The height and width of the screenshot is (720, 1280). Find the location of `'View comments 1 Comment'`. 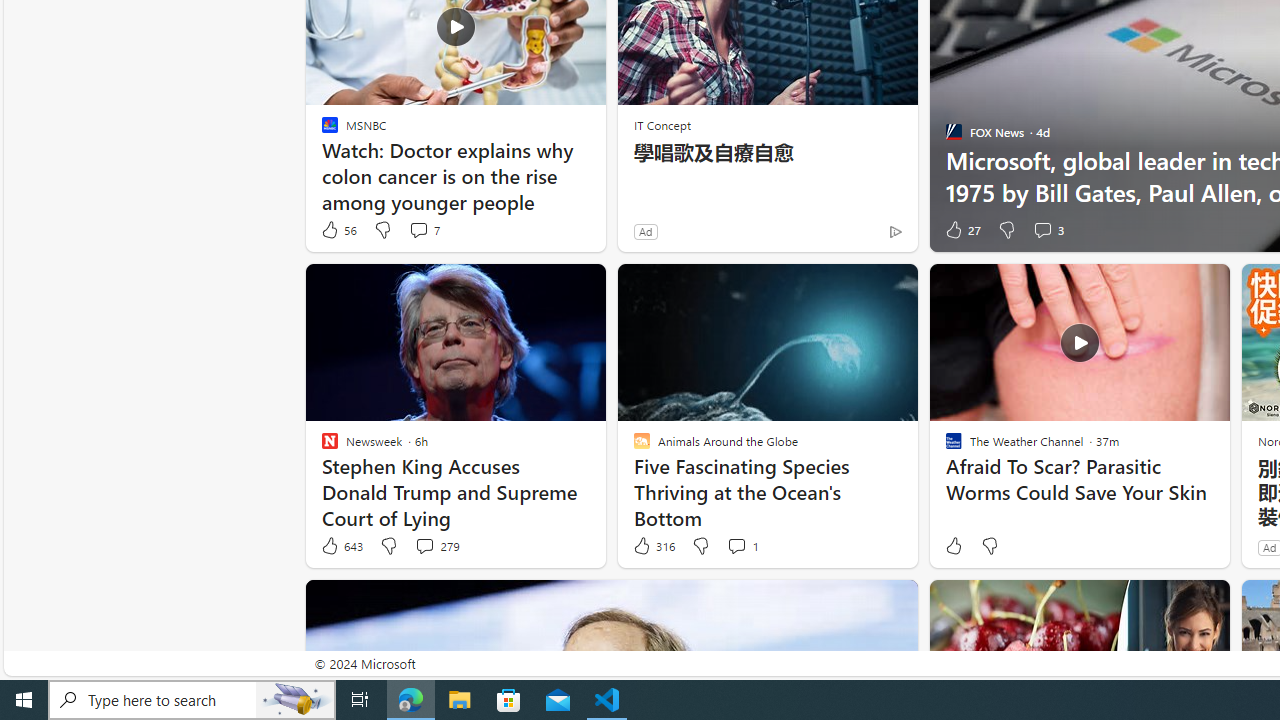

'View comments 1 Comment' is located at coordinates (741, 546).